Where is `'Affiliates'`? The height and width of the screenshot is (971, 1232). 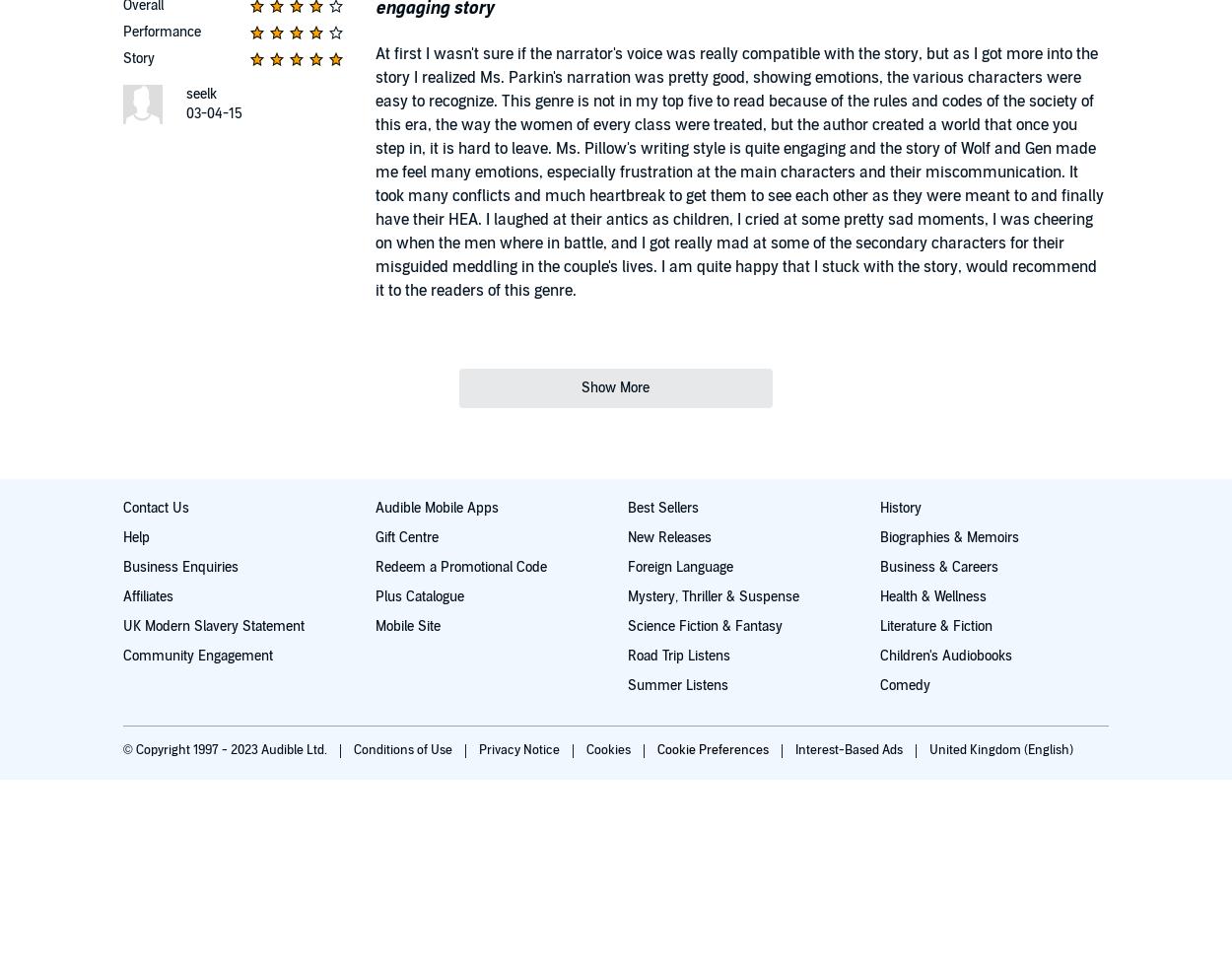 'Affiliates' is located at coordinates (148, 595).